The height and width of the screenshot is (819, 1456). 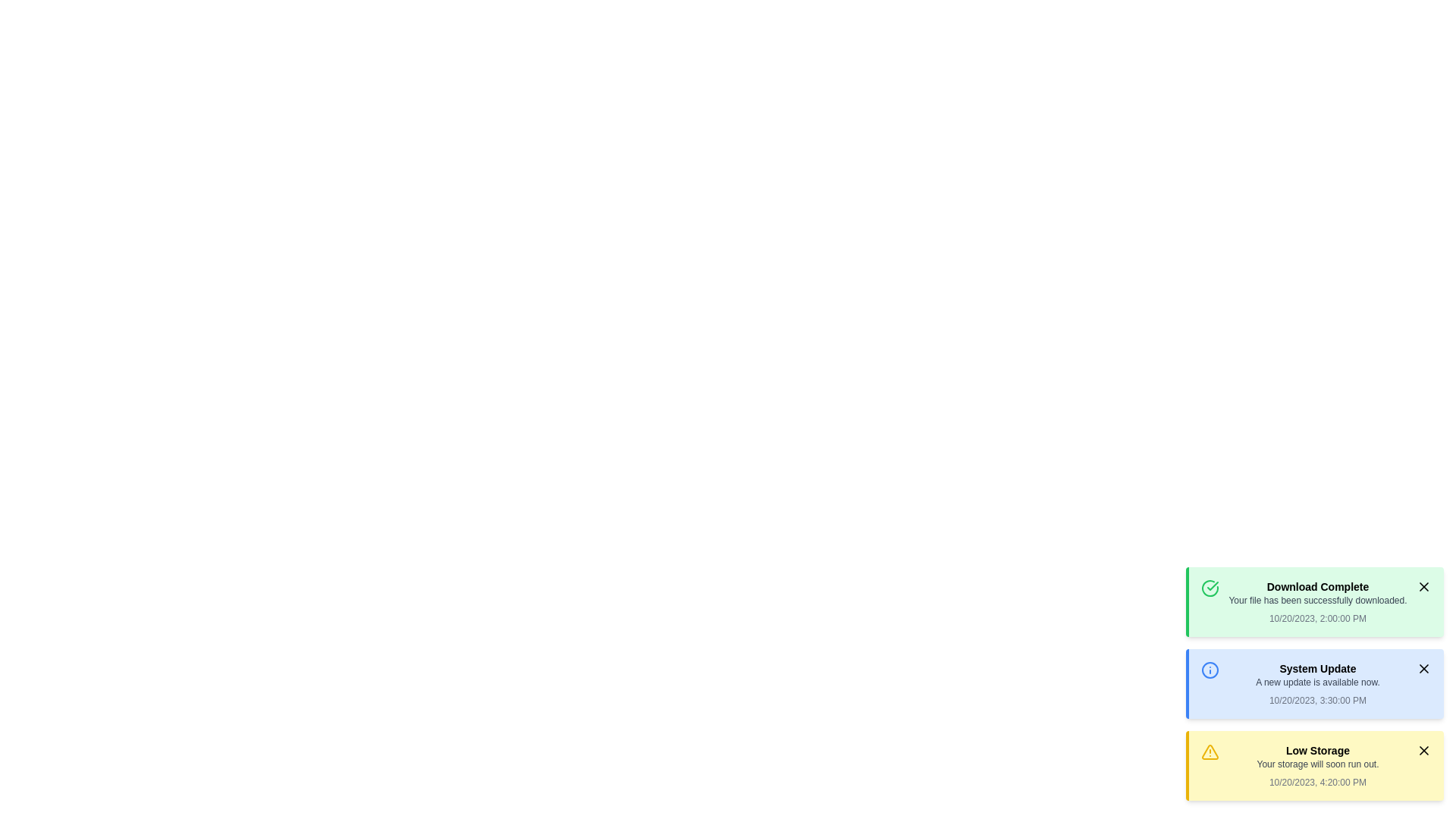 I want to click on timestamp displayed in small gray font within the 'Download Complete' notification box, located below the message 'Your file has been successfully downloaded.', so click(x=1316, y=619).